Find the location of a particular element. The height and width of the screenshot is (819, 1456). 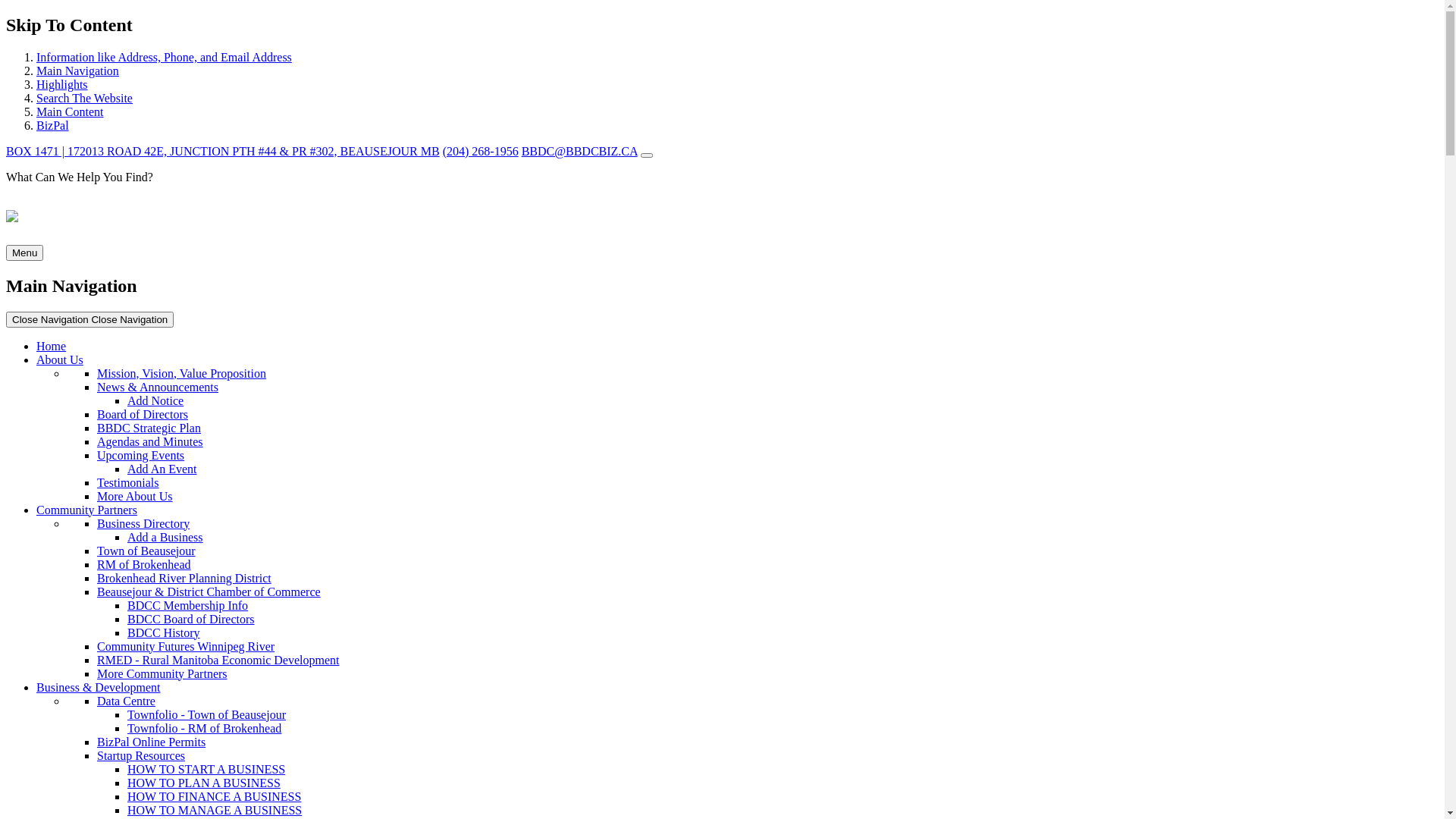

'Business & Development' is located at coordinates (36, 687).